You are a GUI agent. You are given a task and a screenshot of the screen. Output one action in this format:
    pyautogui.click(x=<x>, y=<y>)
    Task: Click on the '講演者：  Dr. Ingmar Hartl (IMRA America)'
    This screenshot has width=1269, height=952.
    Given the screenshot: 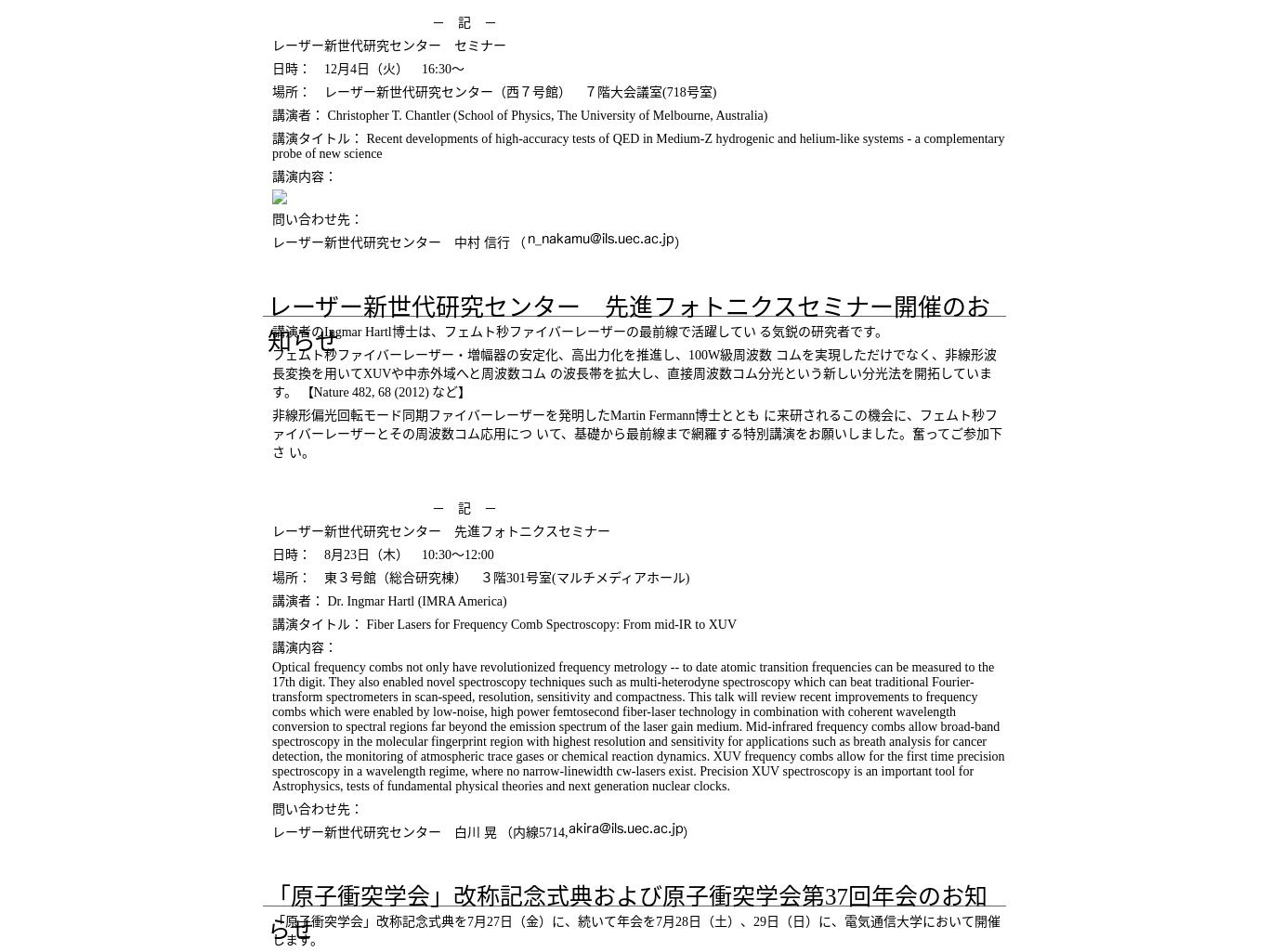 What is the action you would take?
    pyautogui.click(x=387, y=600)
    